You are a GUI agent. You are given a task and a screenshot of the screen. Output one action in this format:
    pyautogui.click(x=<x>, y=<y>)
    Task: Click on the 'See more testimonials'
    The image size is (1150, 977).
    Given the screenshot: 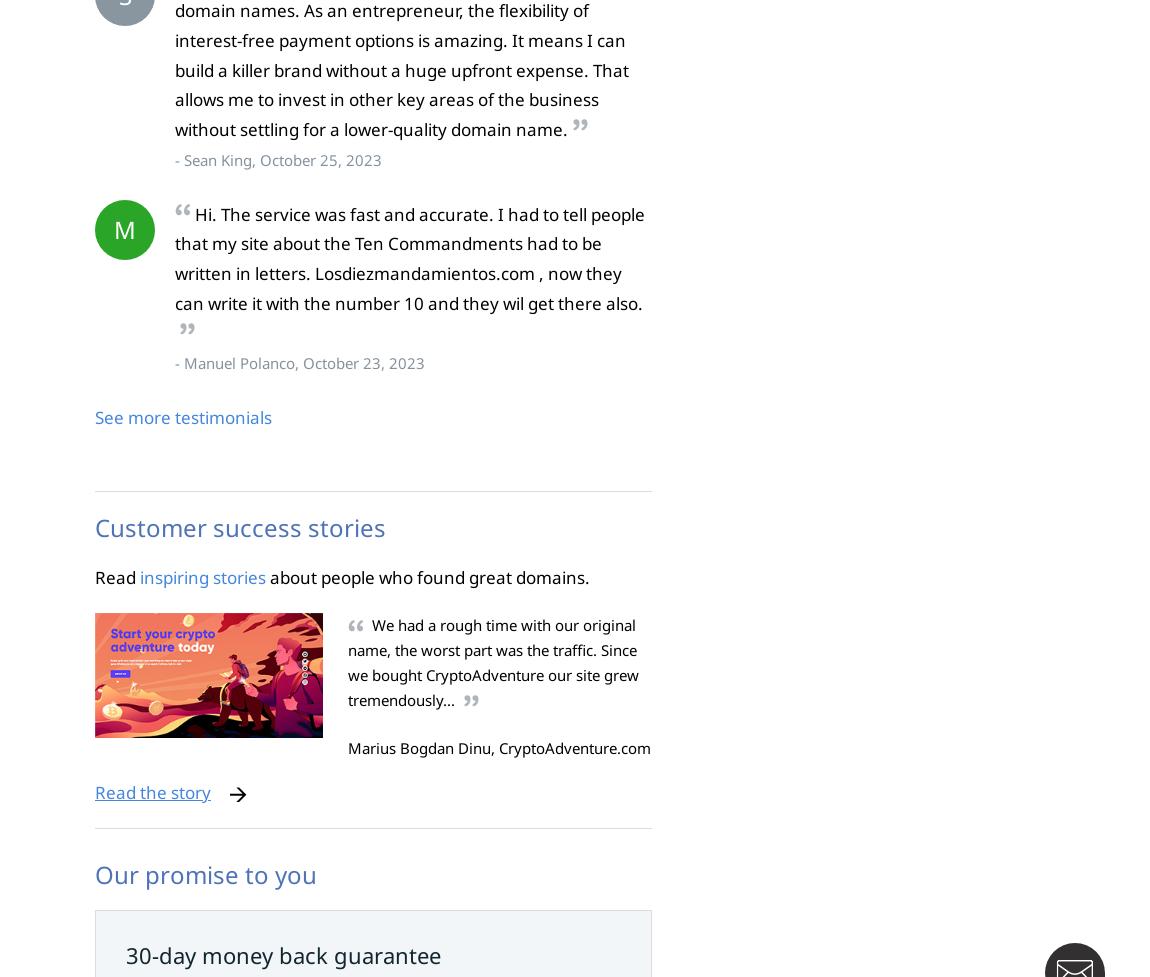 What is the action you would take?
    pyautogui.click(x=93, y=417)
    